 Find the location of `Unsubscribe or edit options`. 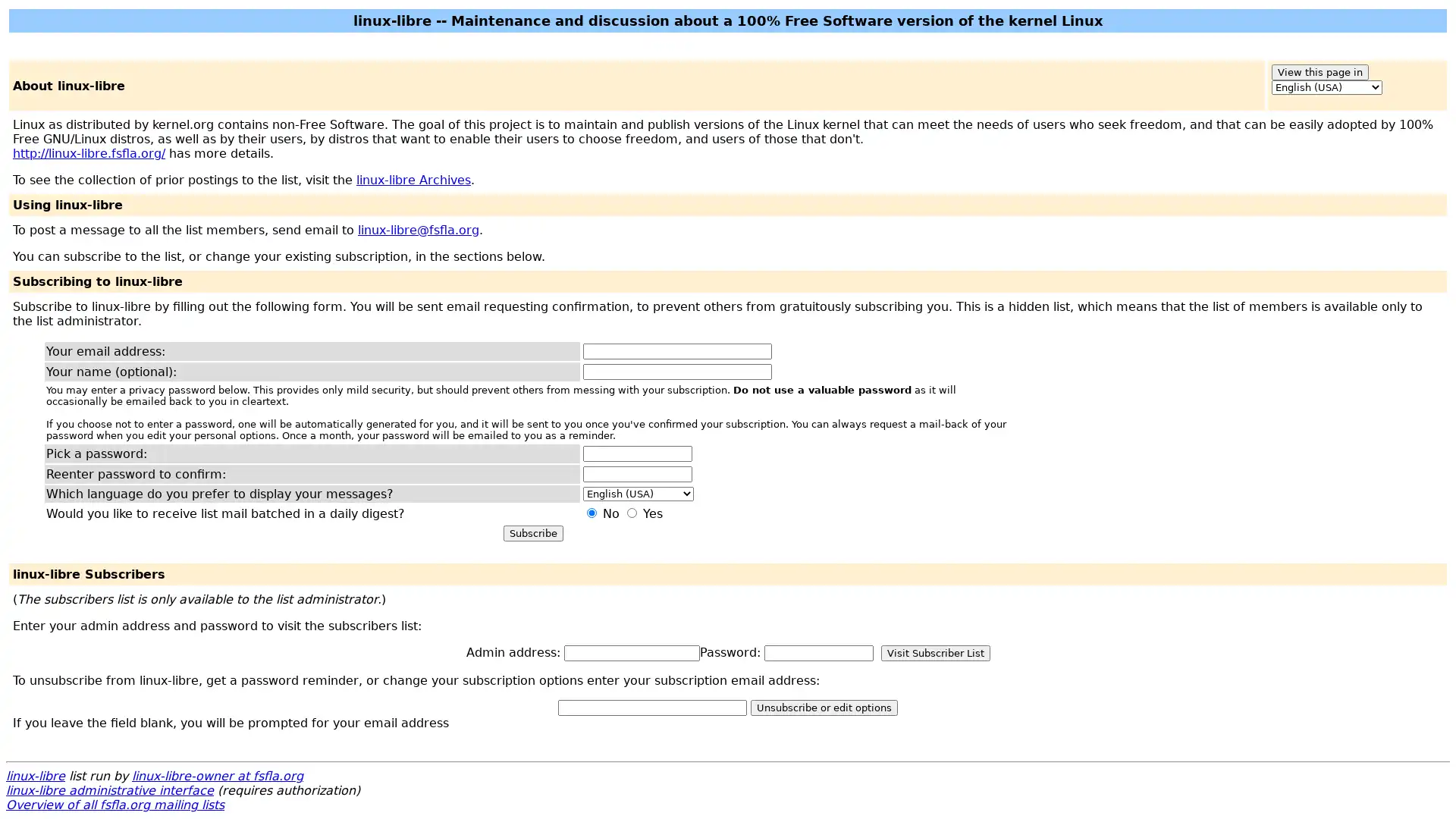

Unsubscribe or edit options is located at coordinates (823, 708).